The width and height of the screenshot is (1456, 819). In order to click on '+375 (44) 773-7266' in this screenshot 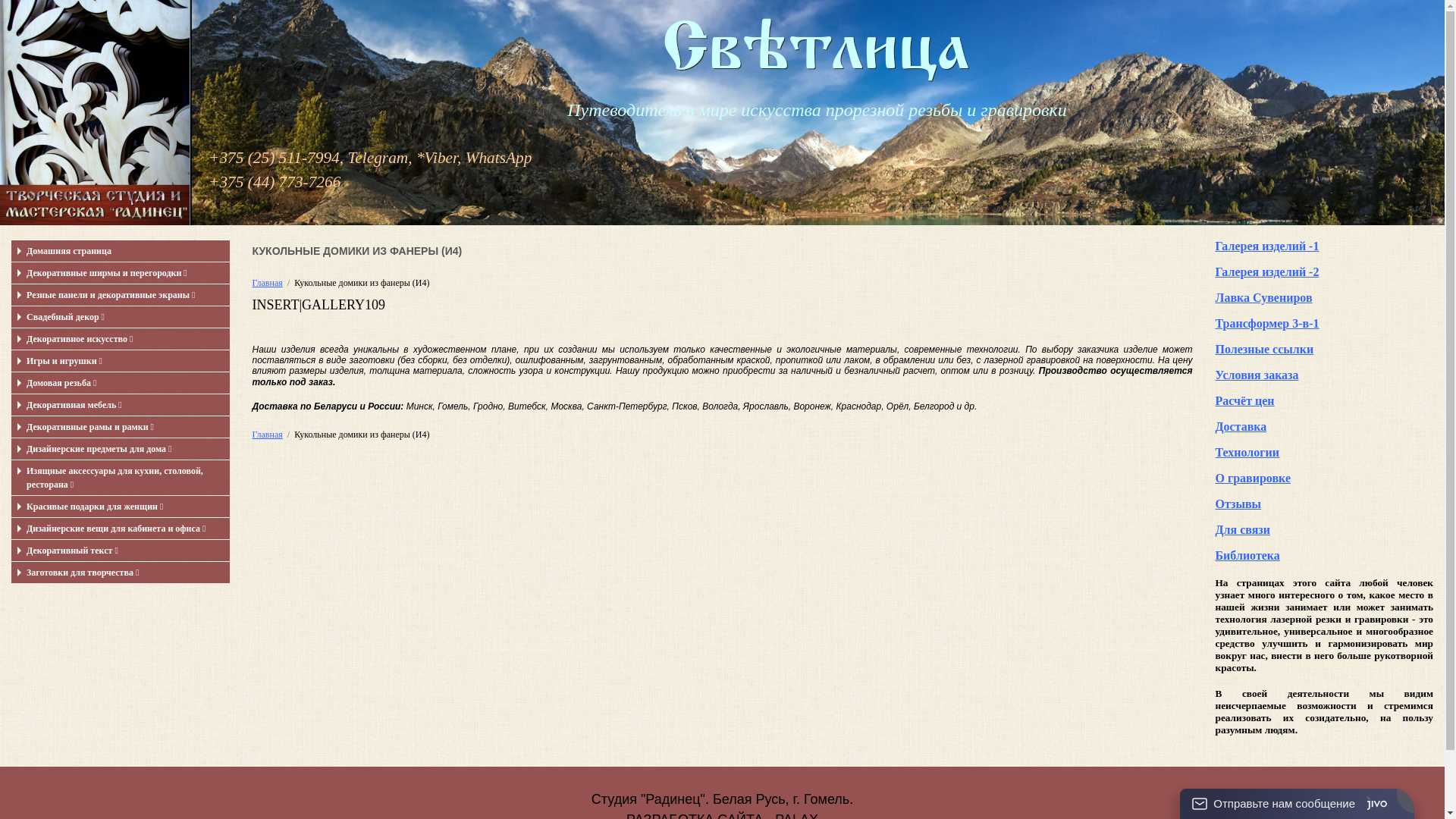, I will do `click(274, 180)`.